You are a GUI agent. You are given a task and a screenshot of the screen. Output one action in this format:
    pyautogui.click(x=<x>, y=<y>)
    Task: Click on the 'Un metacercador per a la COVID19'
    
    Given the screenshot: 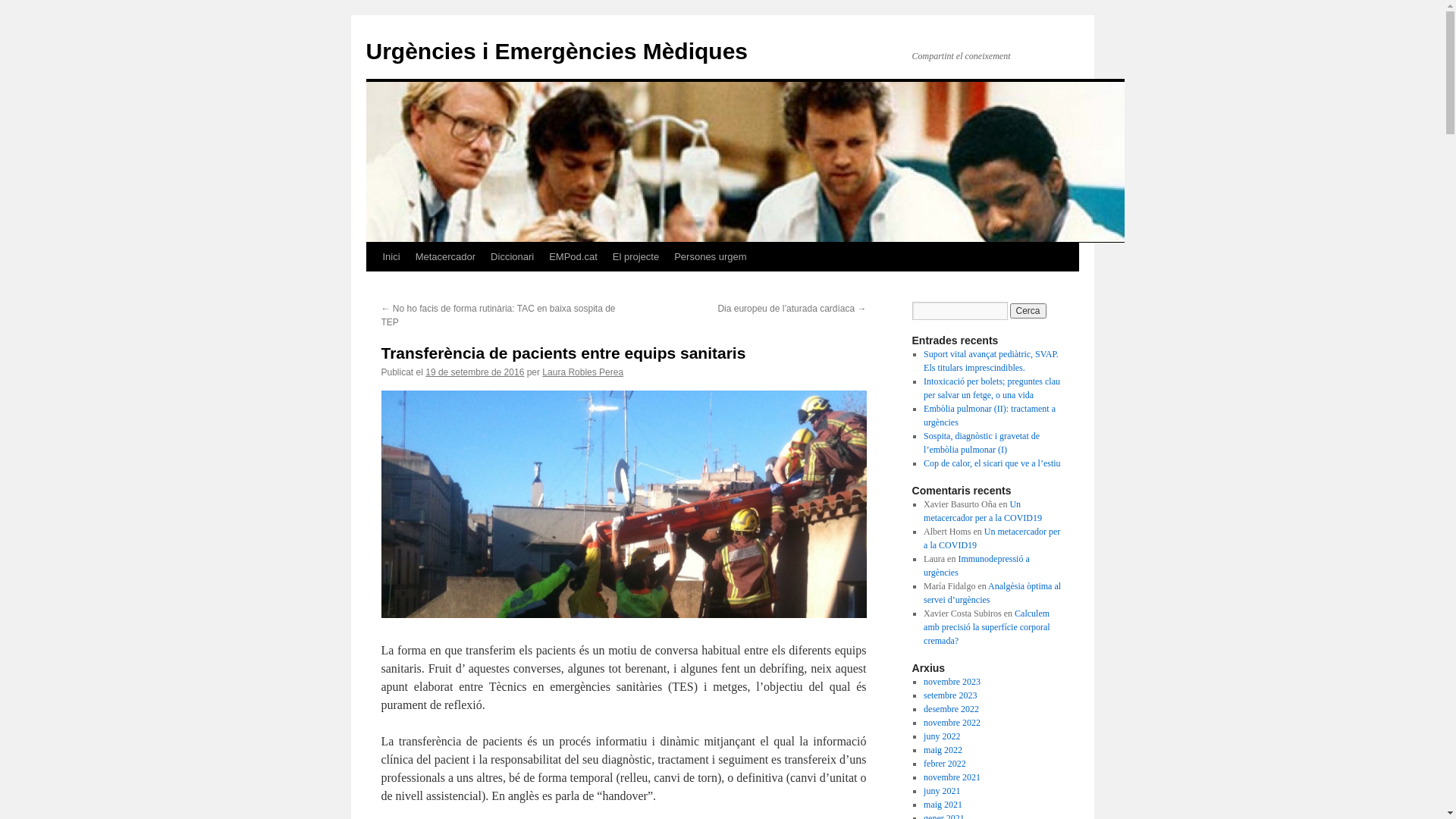 What is the action you would take?
    pyautogui.click(x=992, y=537)
    